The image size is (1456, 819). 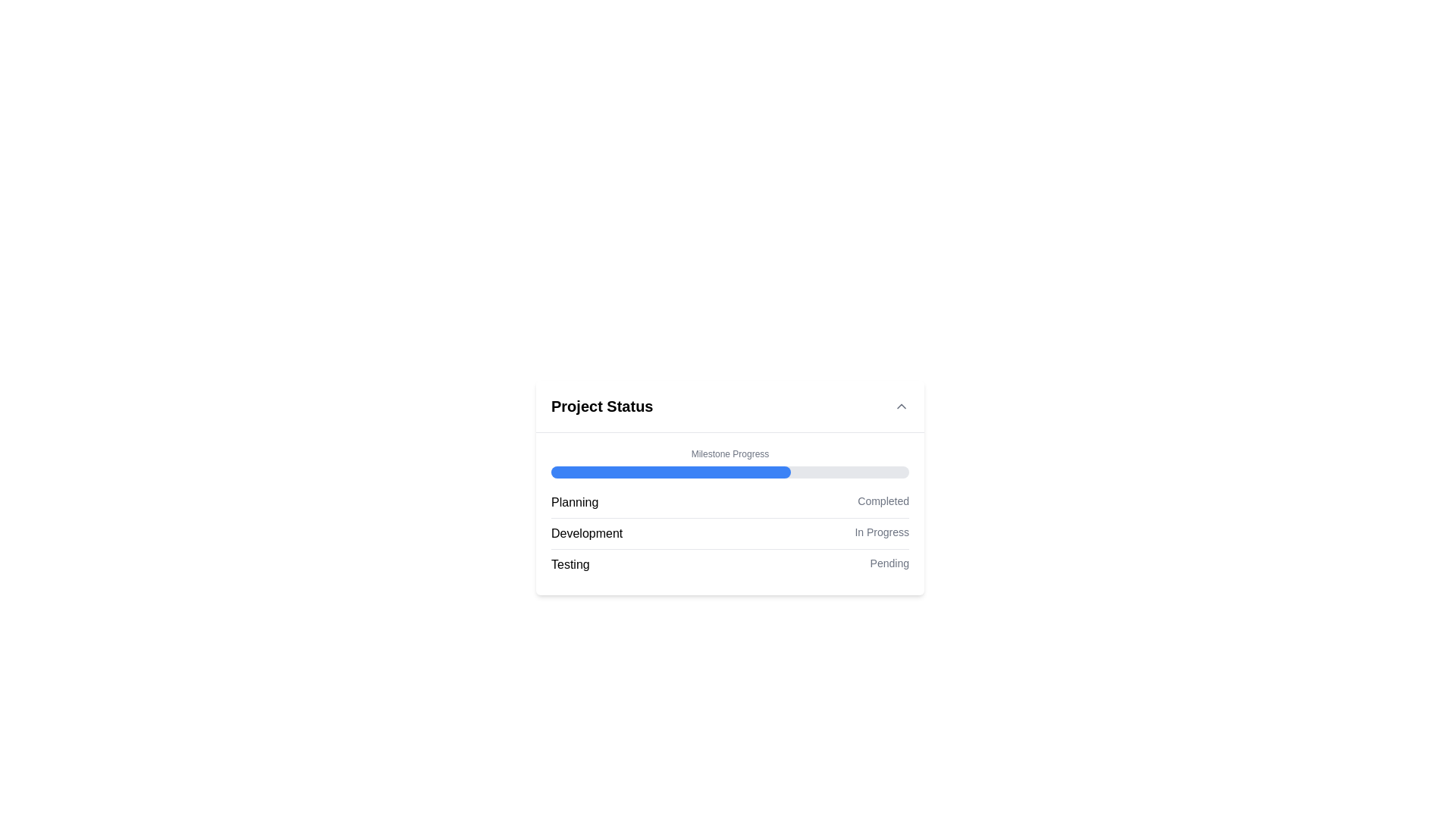 I want to click on the third item in the vertically arranged list of milestones indicating the status of the 'Testing' milestone, which is currently 'Pending.', so click(x=730, y=564).